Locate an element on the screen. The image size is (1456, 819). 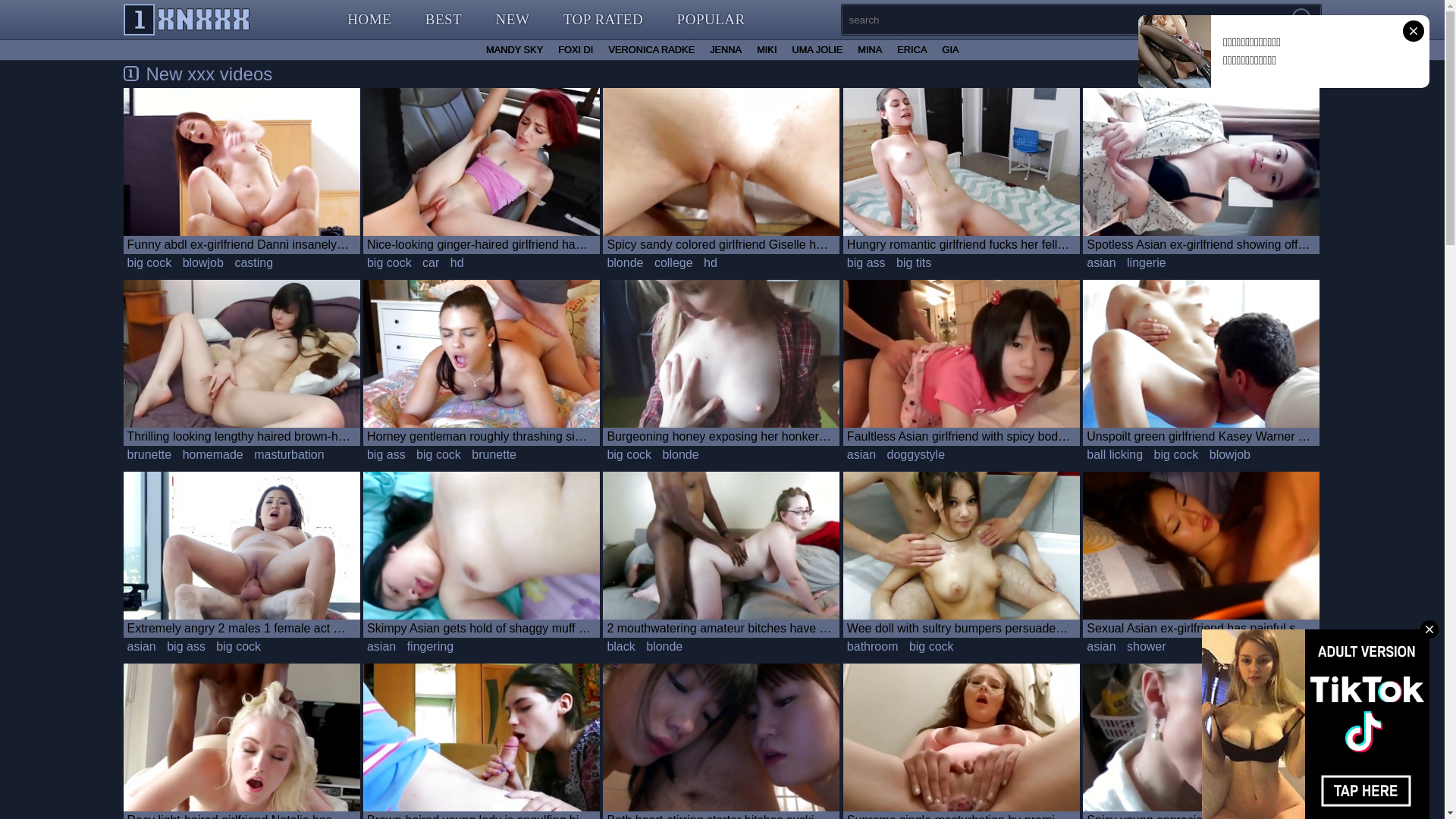
'college' is located at coordinates (651, 262).